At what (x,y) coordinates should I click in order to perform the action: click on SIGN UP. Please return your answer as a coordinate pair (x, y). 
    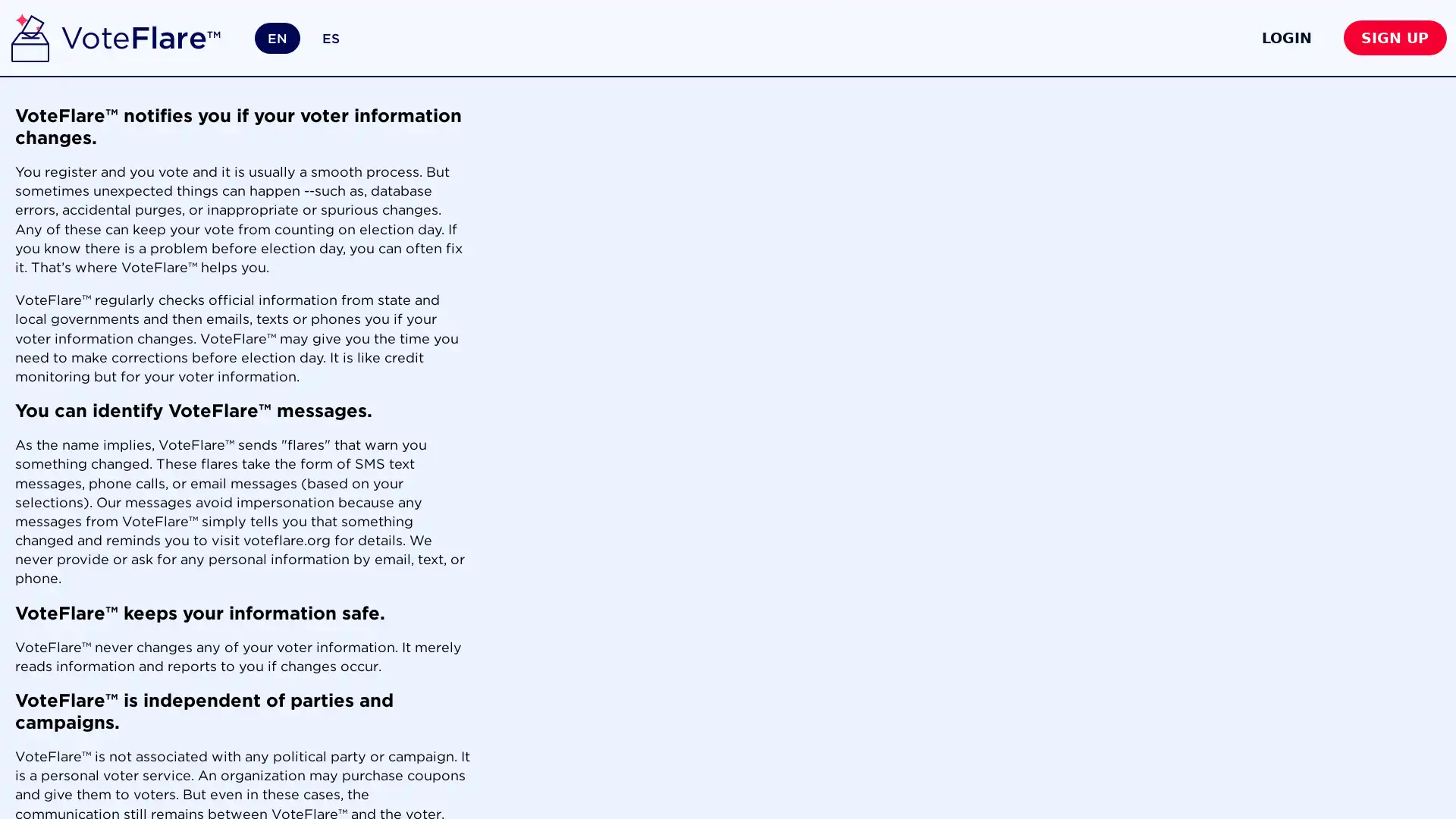
    Looking at the image, I should click on (1378, 36).